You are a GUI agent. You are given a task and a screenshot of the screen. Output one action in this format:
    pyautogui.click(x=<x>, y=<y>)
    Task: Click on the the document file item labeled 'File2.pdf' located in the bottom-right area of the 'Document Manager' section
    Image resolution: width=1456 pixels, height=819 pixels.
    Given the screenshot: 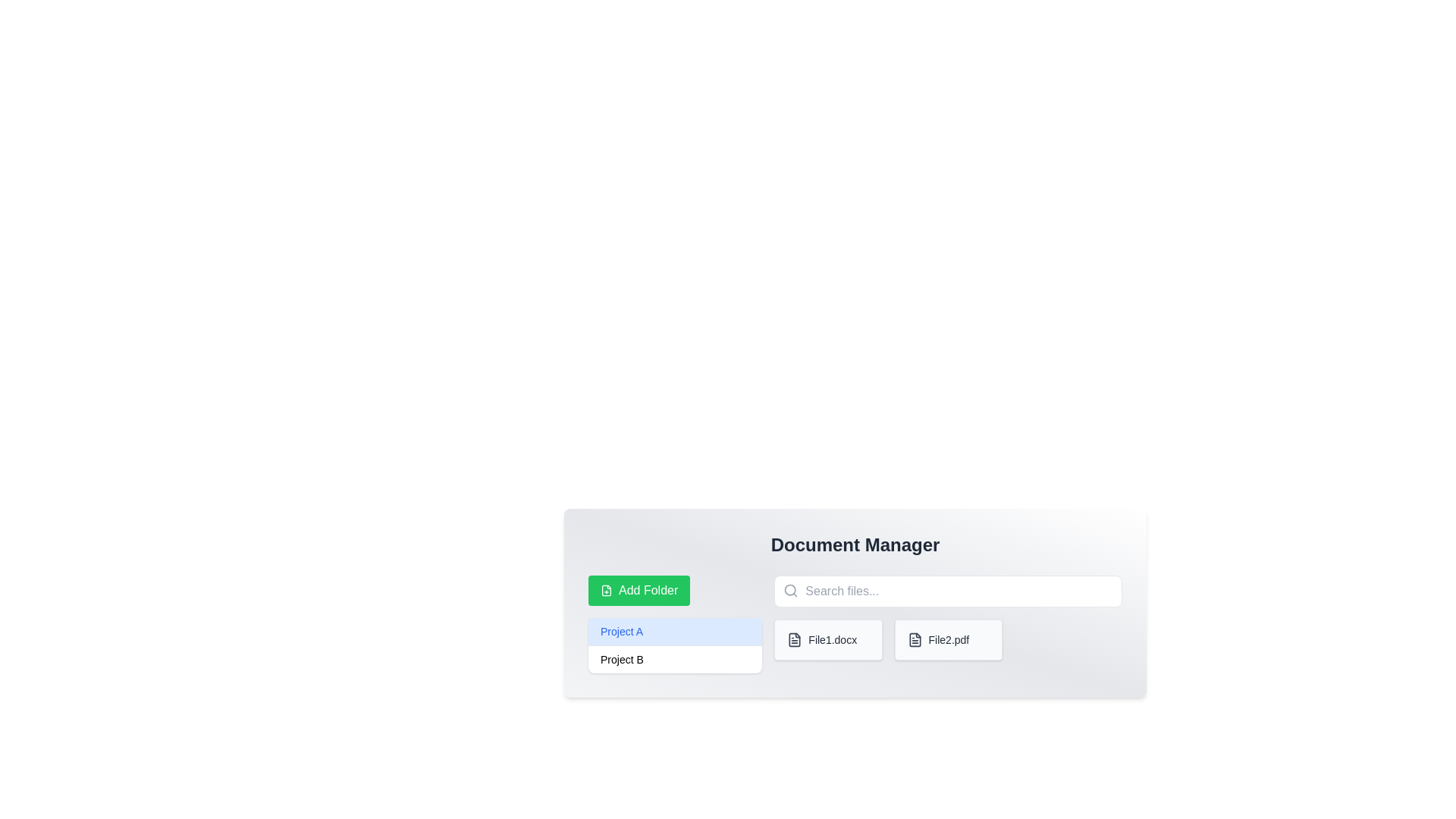 What is the action you would take?
    pyautogui.click(x=947, y=624)
    